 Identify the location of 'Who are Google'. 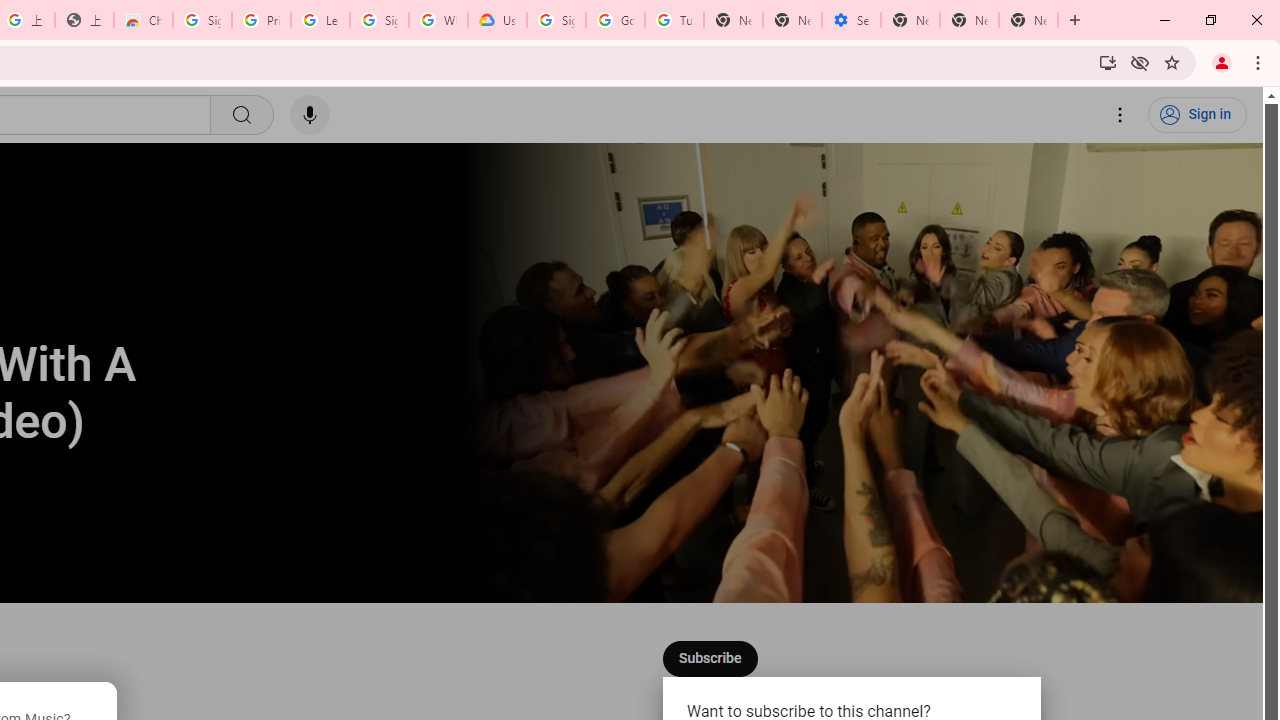
(437, 20).